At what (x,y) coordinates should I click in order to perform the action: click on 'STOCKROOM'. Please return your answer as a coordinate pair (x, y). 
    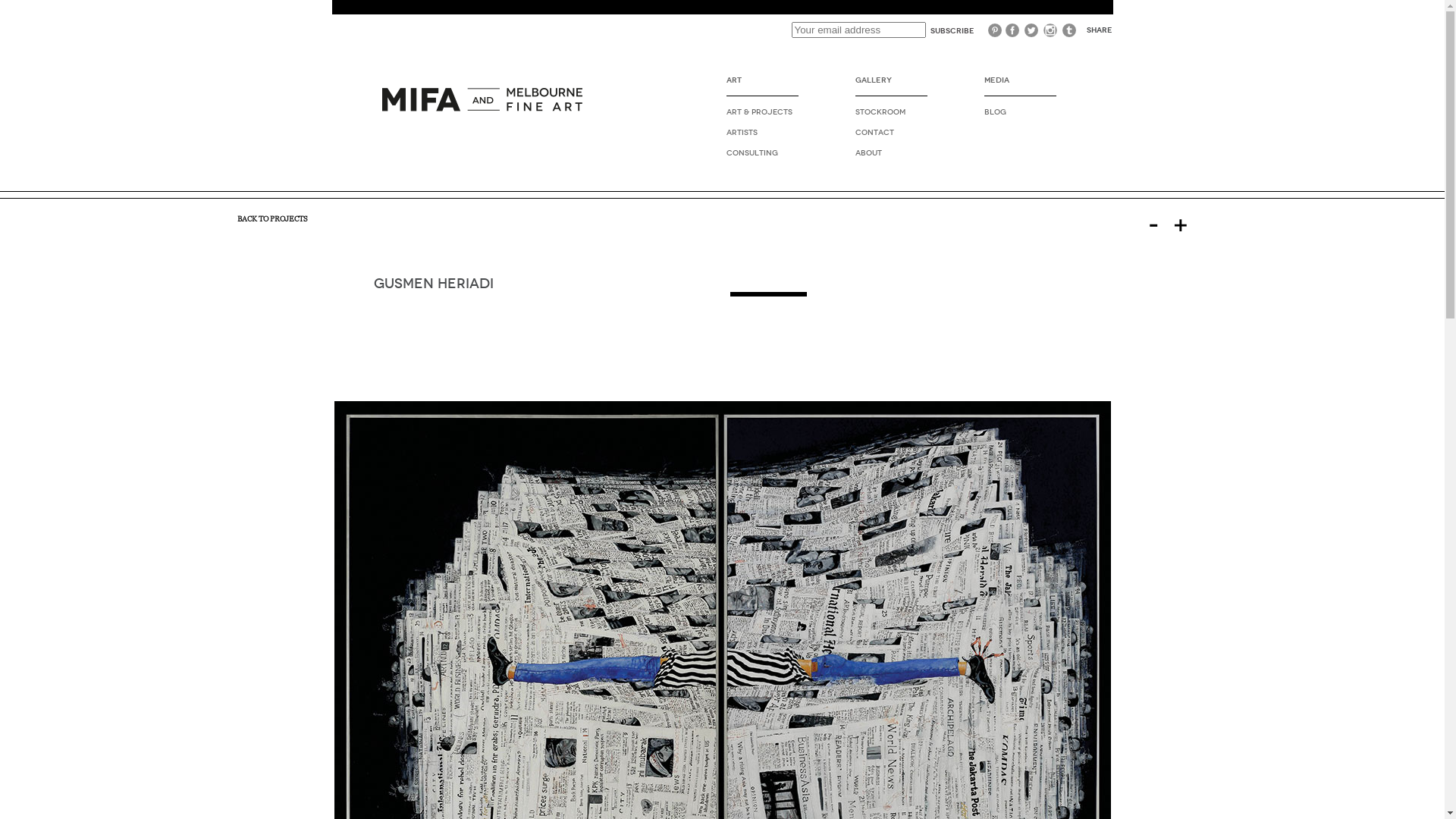
    Looking at the image, I should click on (891, 111).